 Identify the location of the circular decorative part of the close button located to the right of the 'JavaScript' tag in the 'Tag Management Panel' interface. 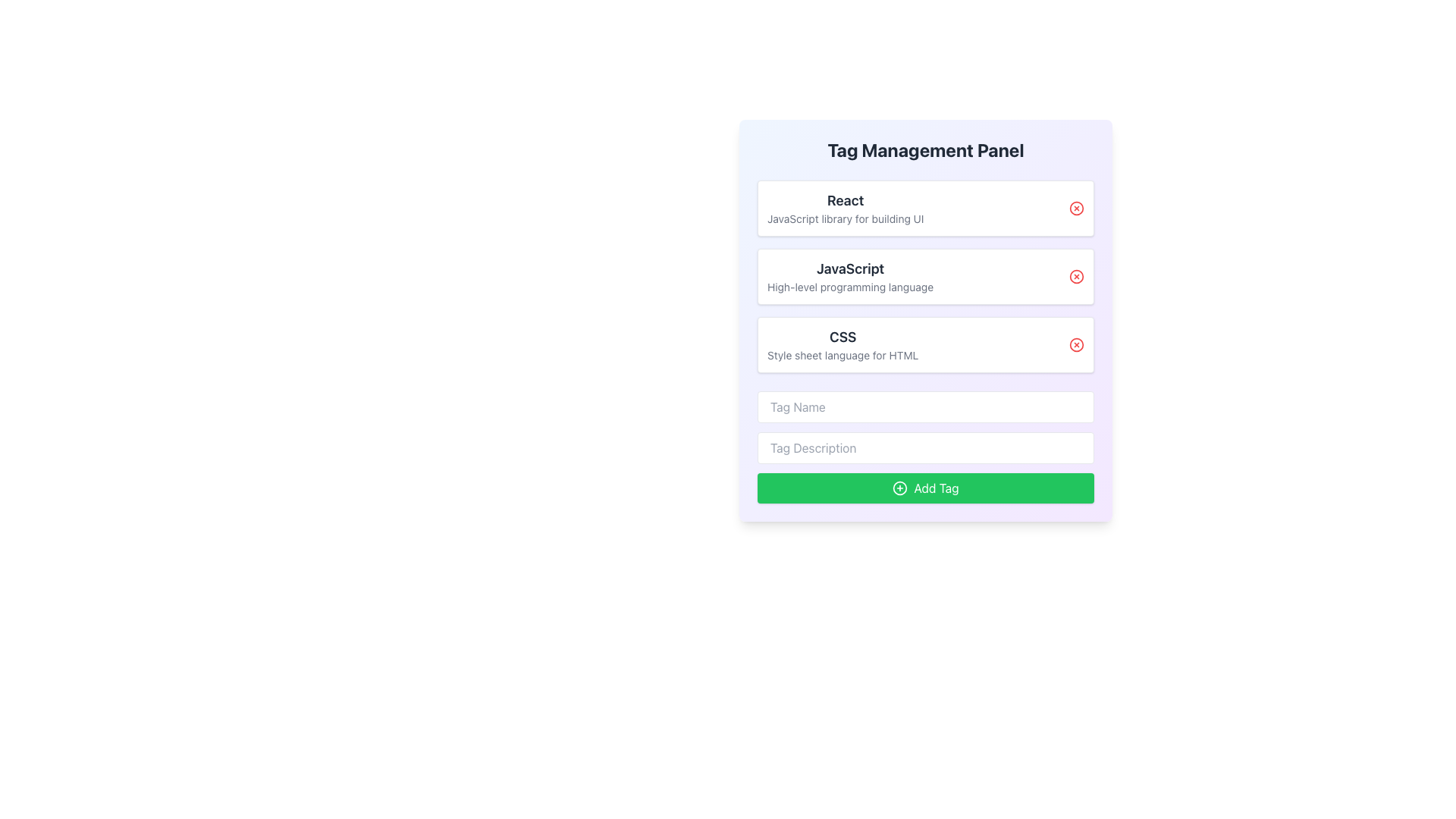
(1076, 277).